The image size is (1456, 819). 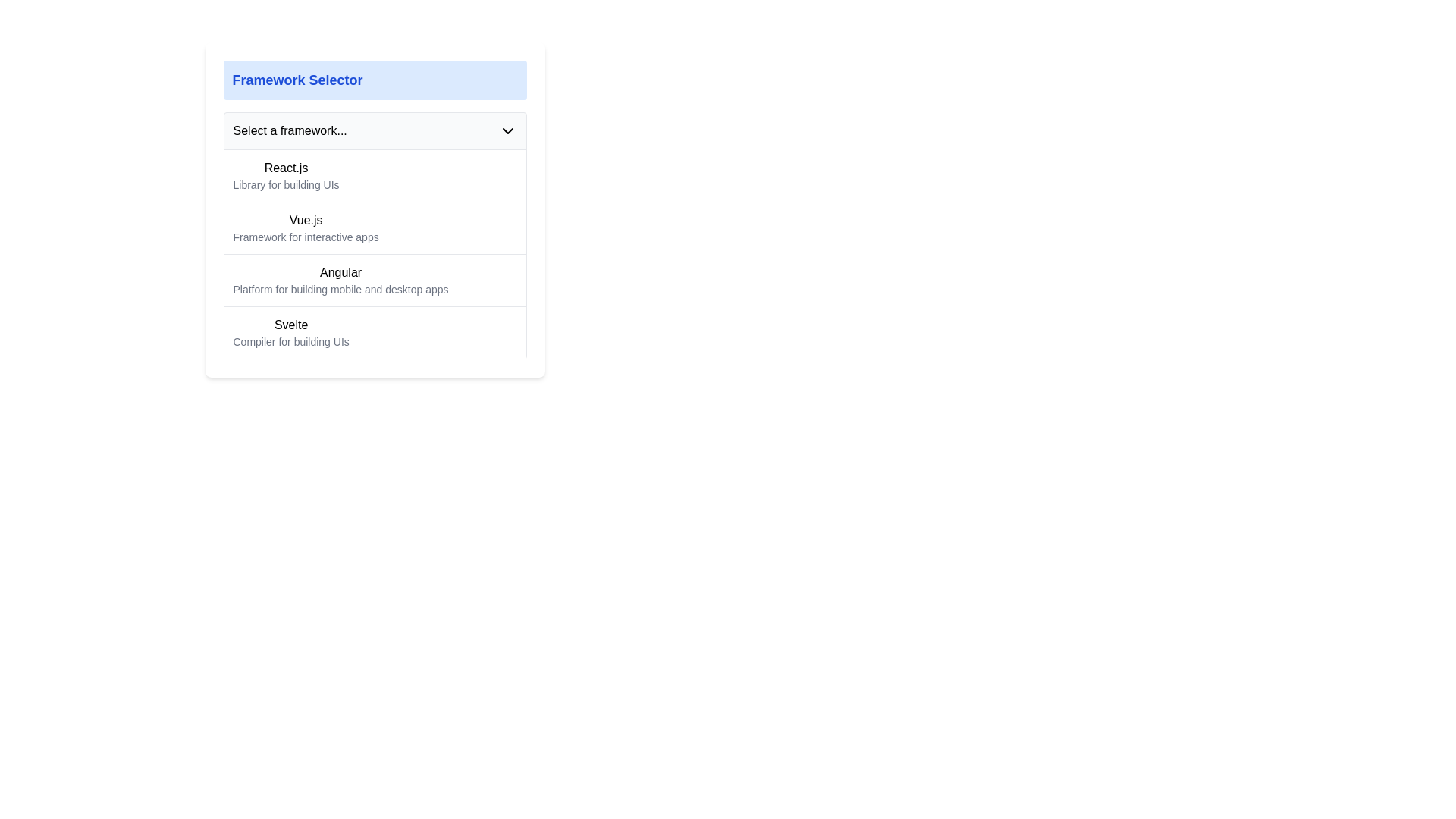 What do you see at coordinates (286, 168) in the screenshot?
I see `the 'React.js' text label` at bounding box center [286, 168].